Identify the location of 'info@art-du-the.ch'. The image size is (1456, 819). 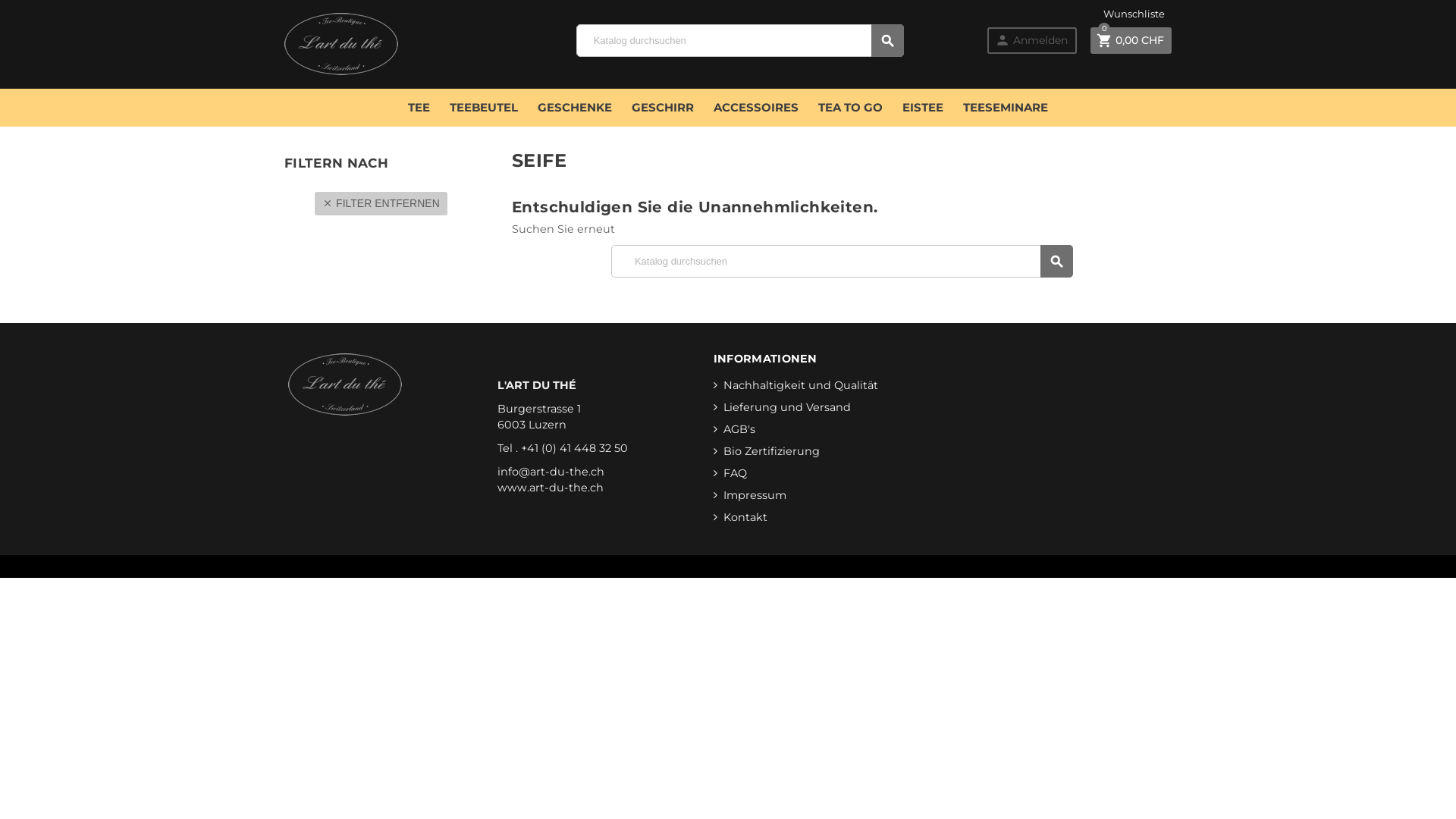
(550, 470).